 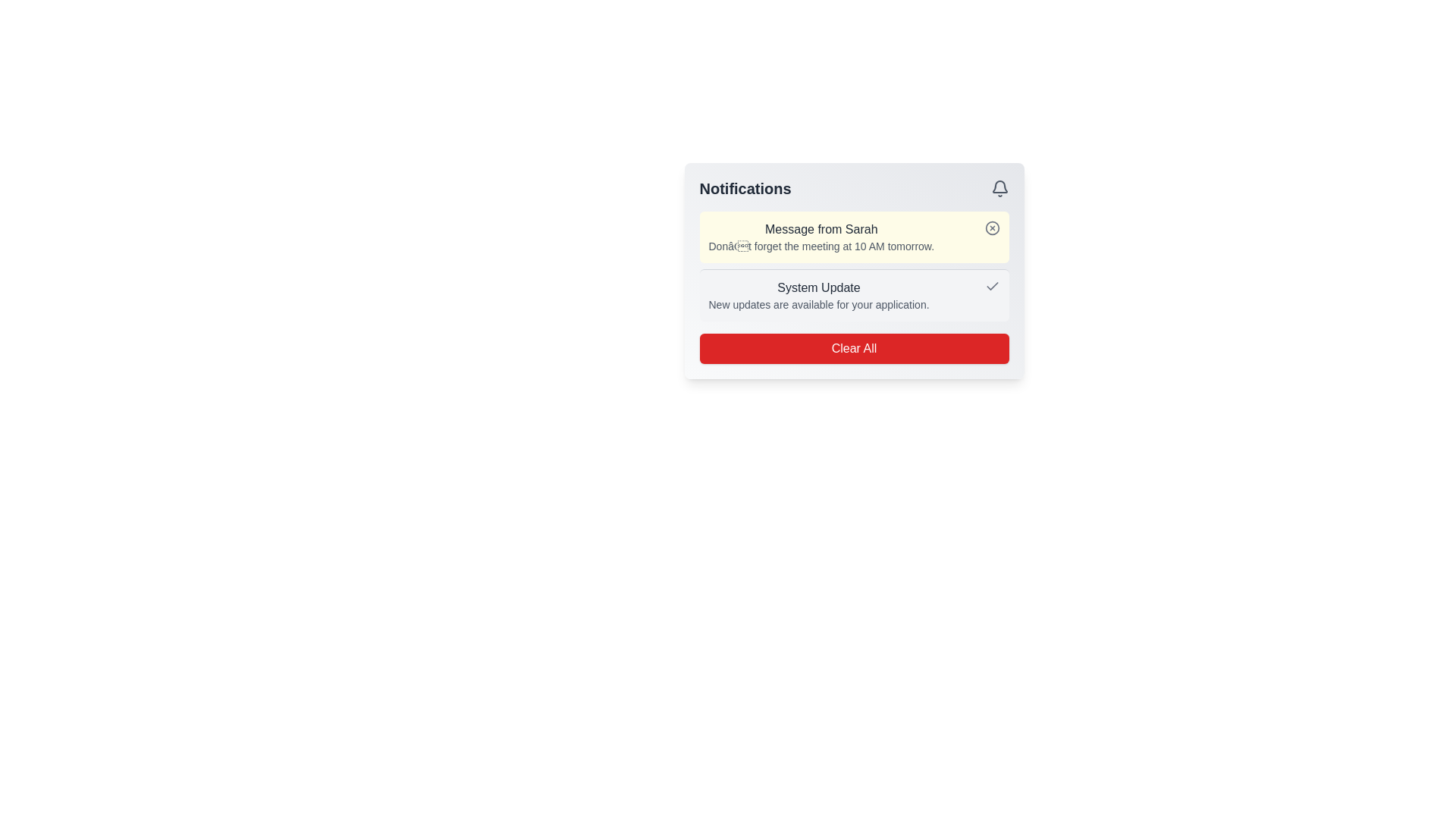 I want to click on text of the 'System Update' notification, which states 'New updates are available for your application.', so click(x=854, y=295).